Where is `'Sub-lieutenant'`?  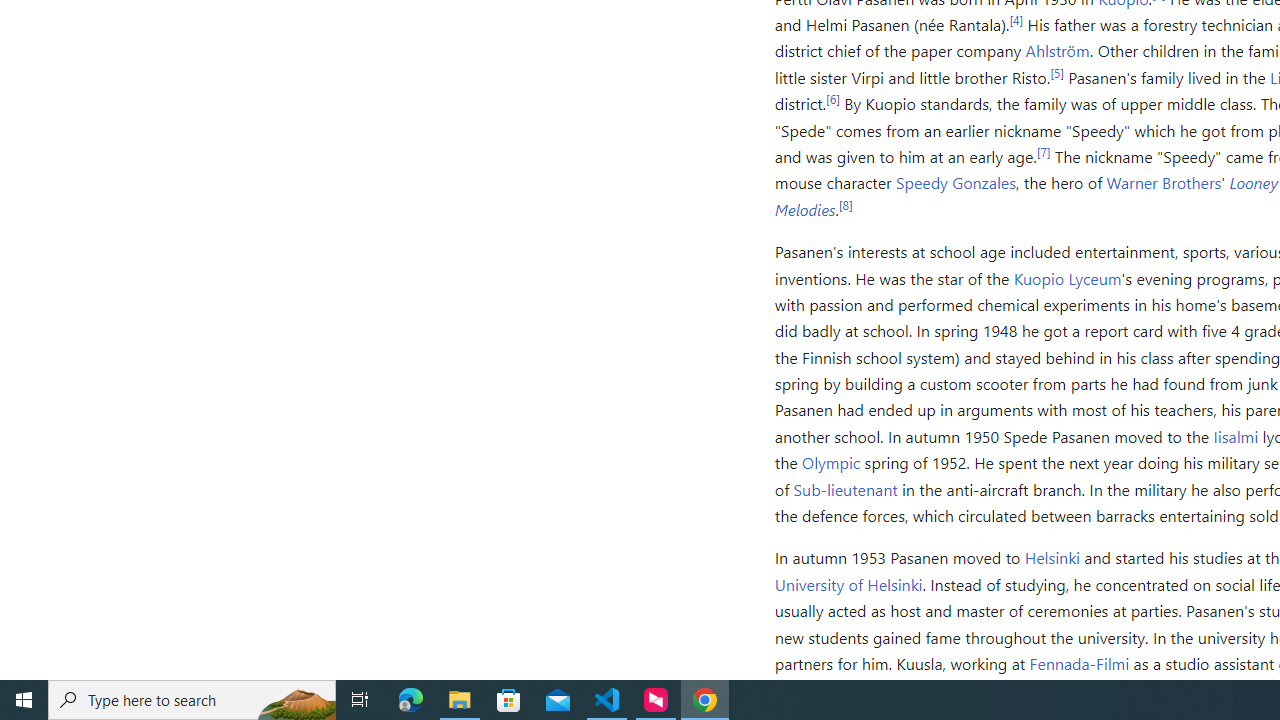
'Sub-lieutenant' is located at coordinates (846, 488).